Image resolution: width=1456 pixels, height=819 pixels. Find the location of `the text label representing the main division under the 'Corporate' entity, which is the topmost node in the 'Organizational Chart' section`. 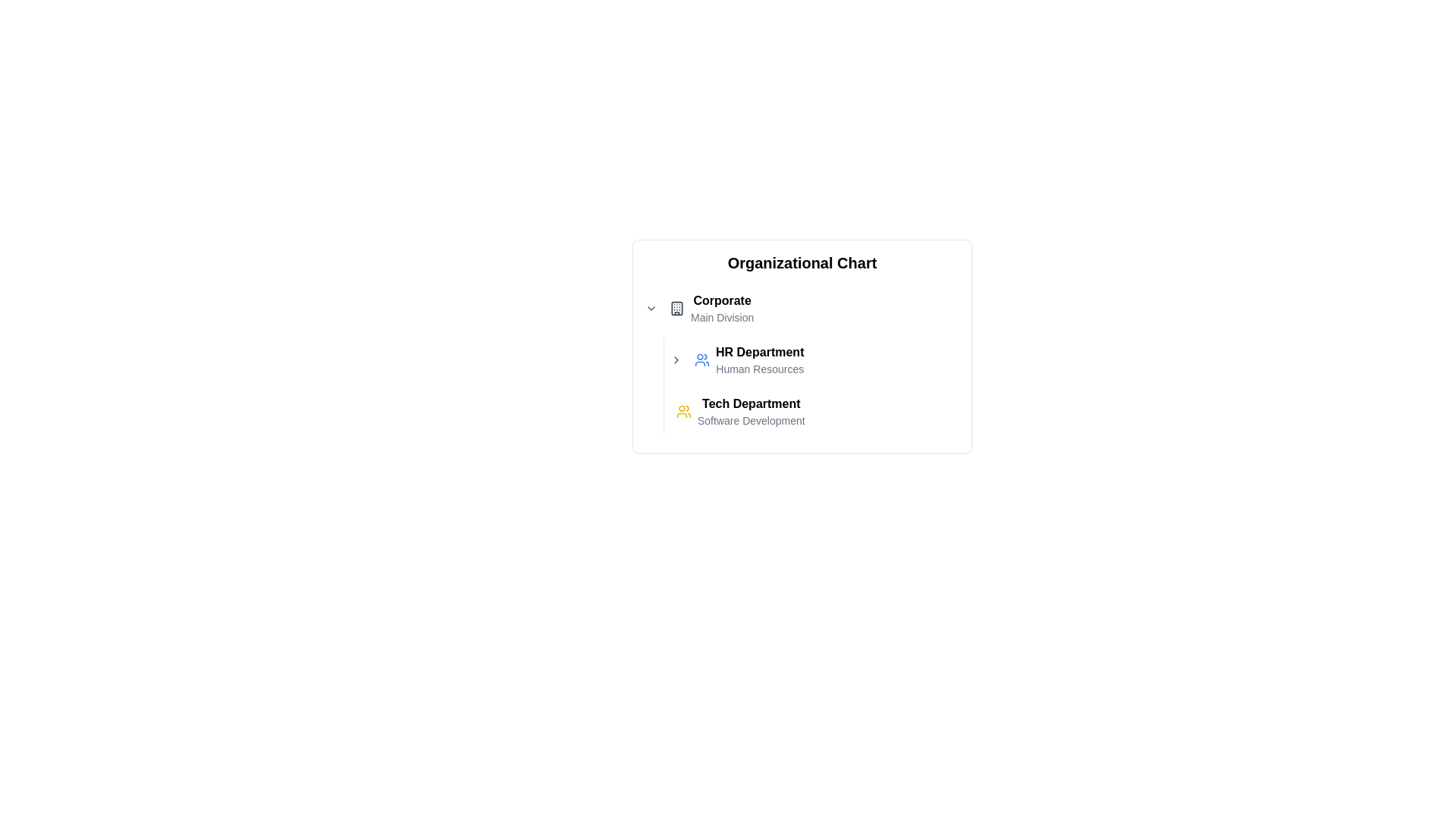

the text label representing the main division under the 'Corporate' entity, which is the topmost node in the 'Organizational Chart' section is located at coordinates (721, 308).